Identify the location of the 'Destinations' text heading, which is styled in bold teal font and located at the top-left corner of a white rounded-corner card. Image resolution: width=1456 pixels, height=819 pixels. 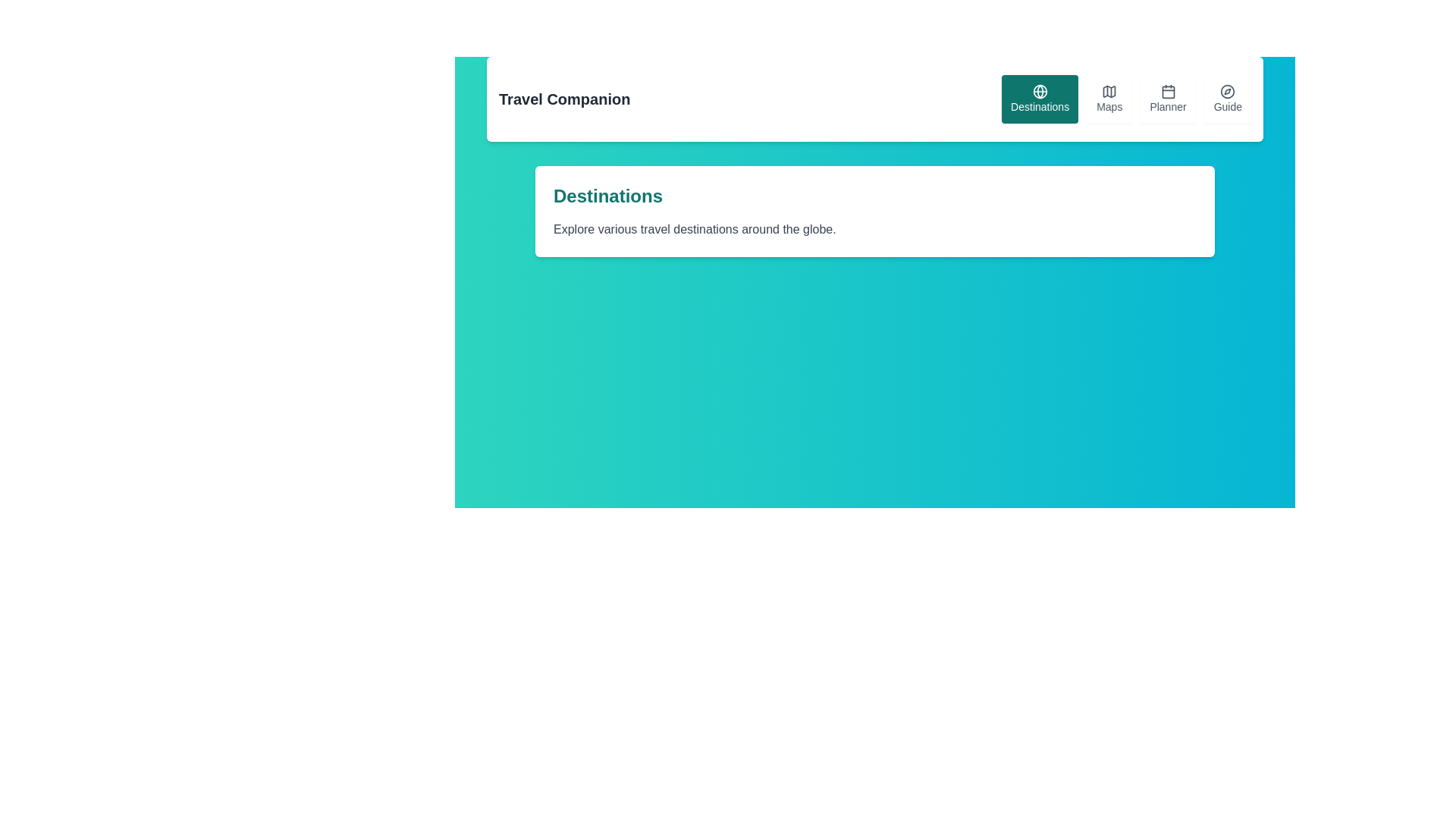
(607, 201).